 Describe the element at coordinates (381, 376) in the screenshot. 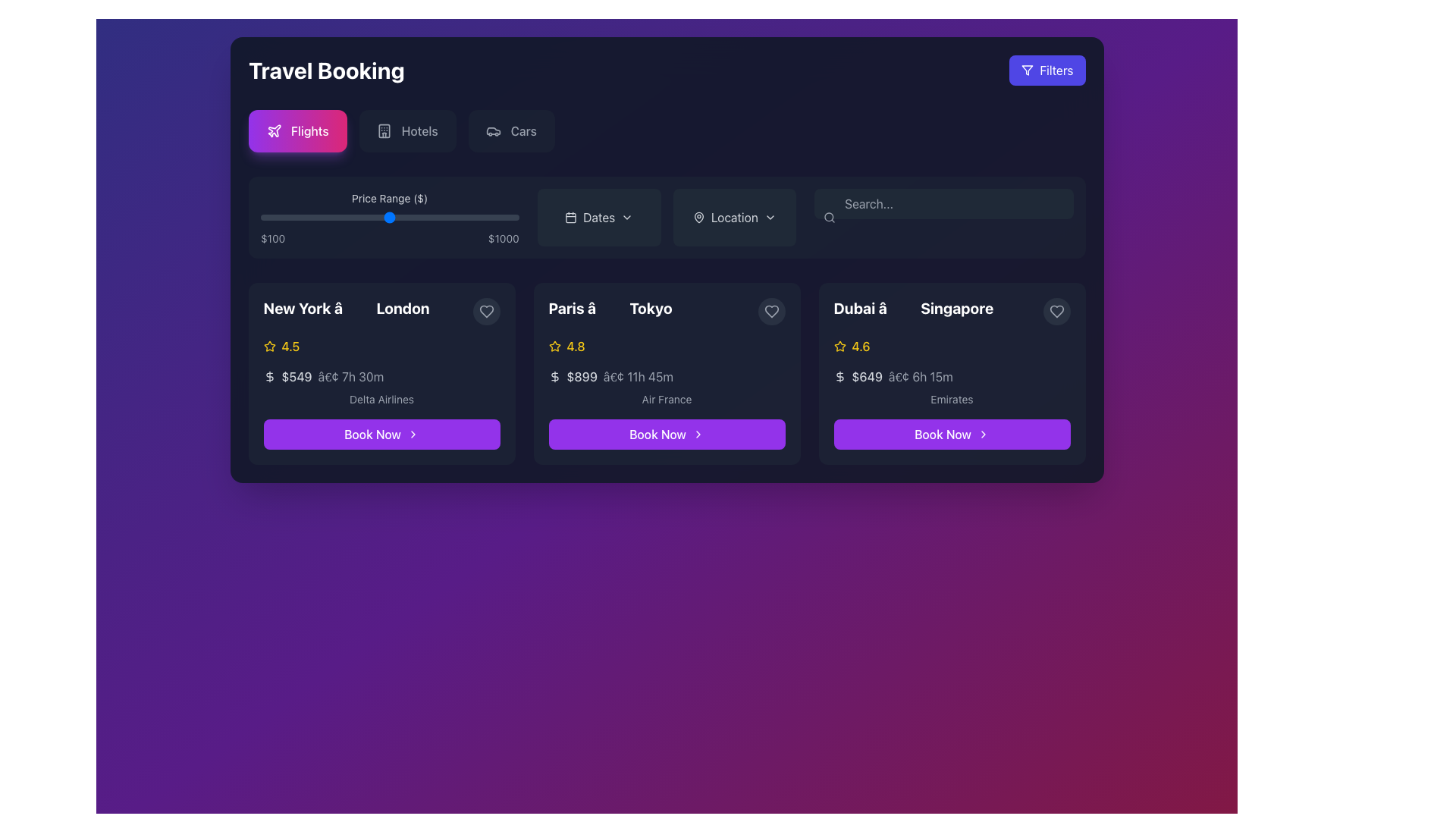

I see `the text displaying the cost and duration of a flight option, which is centered horizontally in the first card and positioned below the title and rating, but above the airline name text` at that location.